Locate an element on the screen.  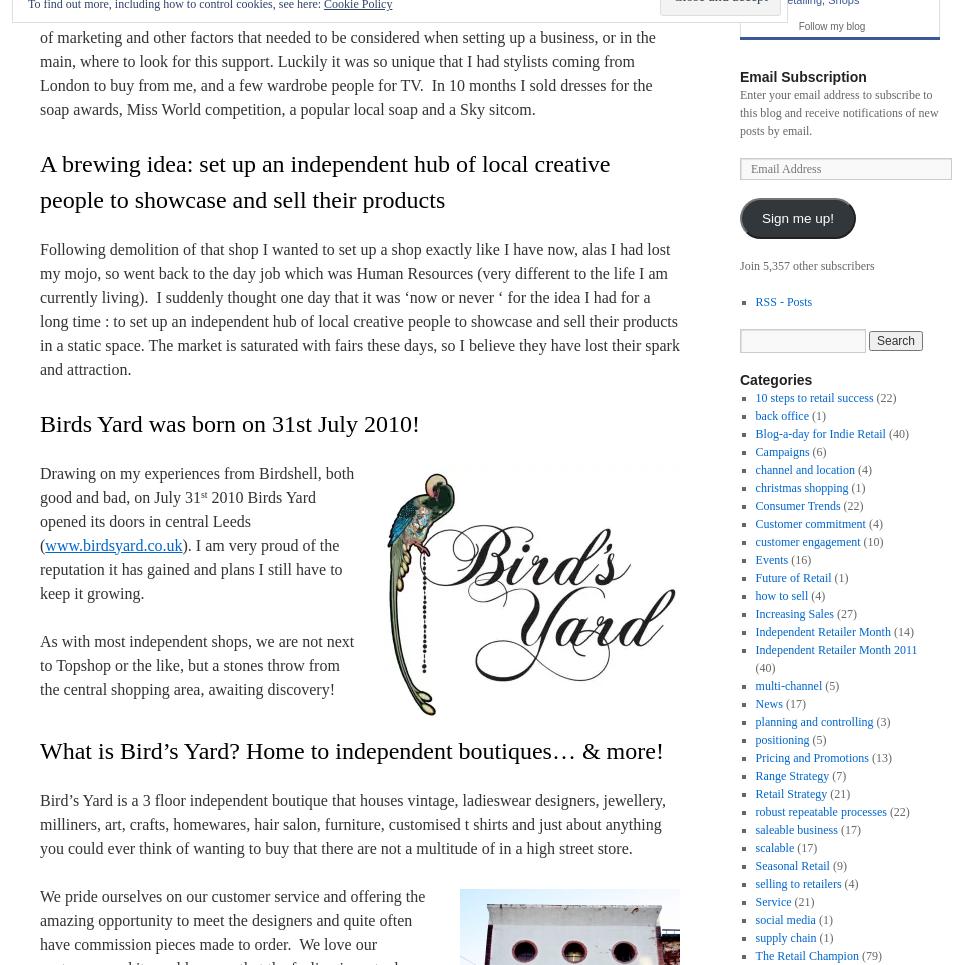
'positioning' is located at coordinates (782, 739).